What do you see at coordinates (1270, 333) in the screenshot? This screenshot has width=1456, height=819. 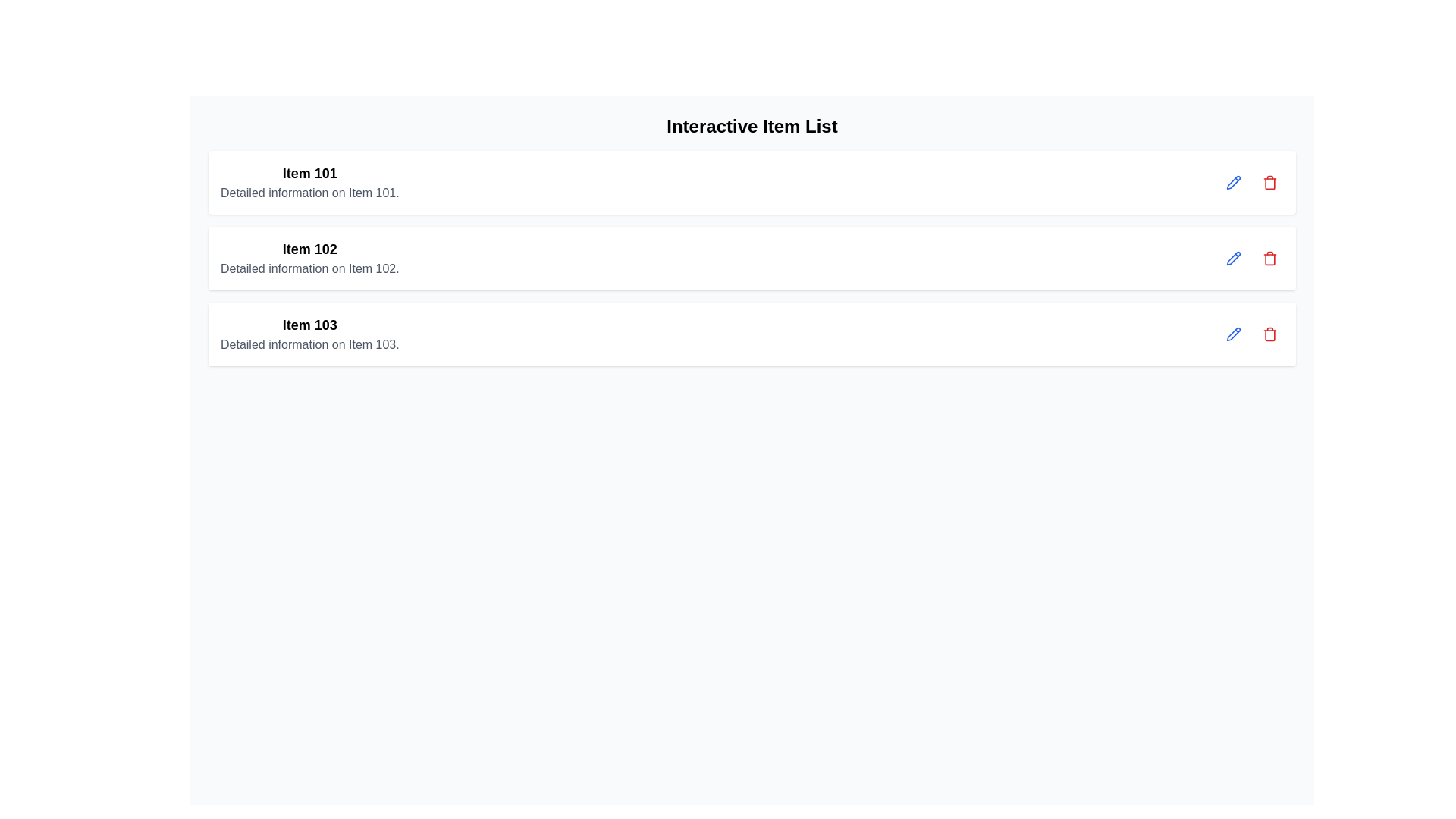 I see `the red trash can icon button` at bounding box center [1270, 333].